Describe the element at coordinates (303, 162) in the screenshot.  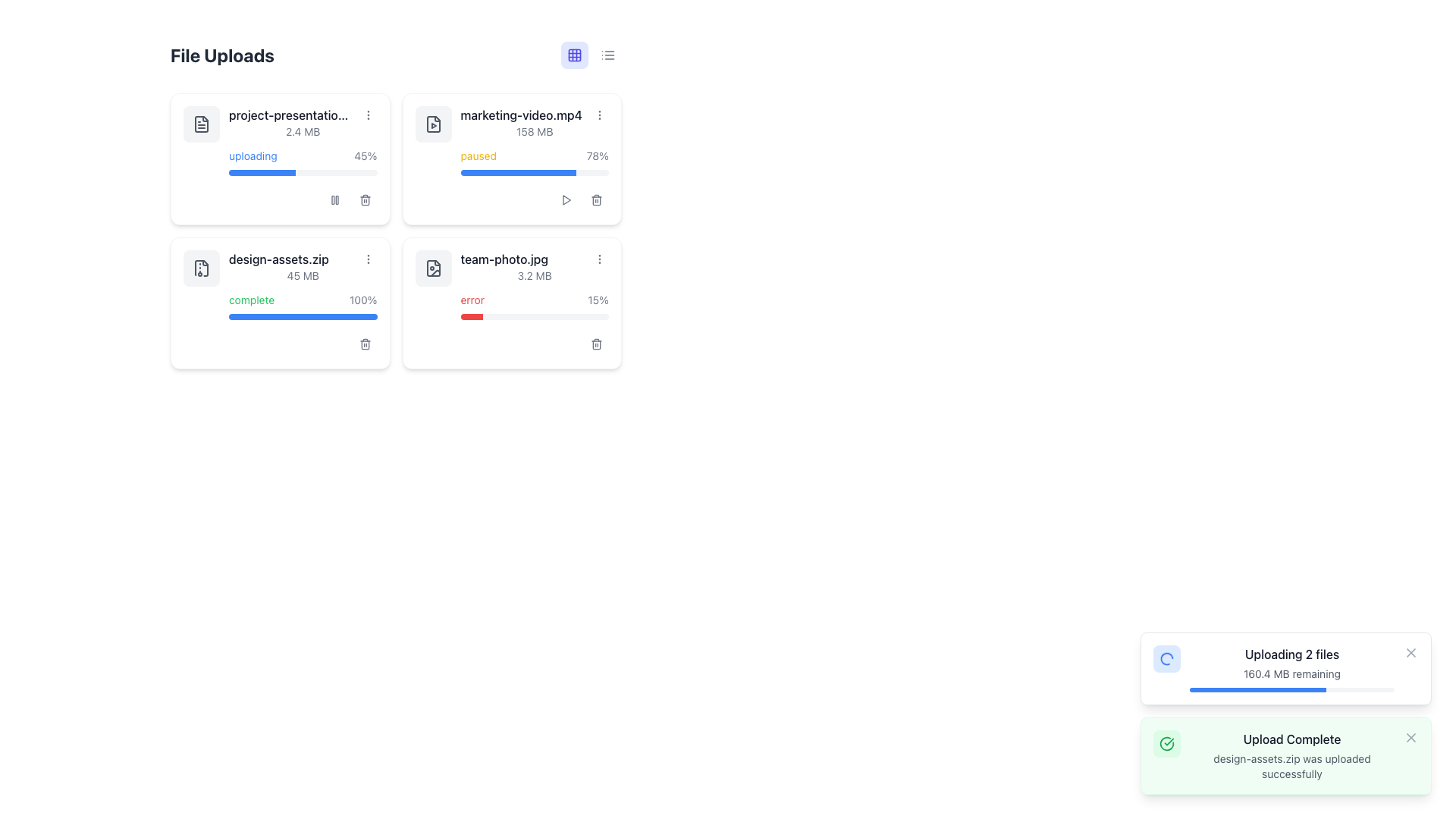
I see `the progress of the file upload visually by focusing on the progress bar and associated text located at the bottom section of the 'project-presentation.pptx' card within the 'File Uploads' interface` at that location.